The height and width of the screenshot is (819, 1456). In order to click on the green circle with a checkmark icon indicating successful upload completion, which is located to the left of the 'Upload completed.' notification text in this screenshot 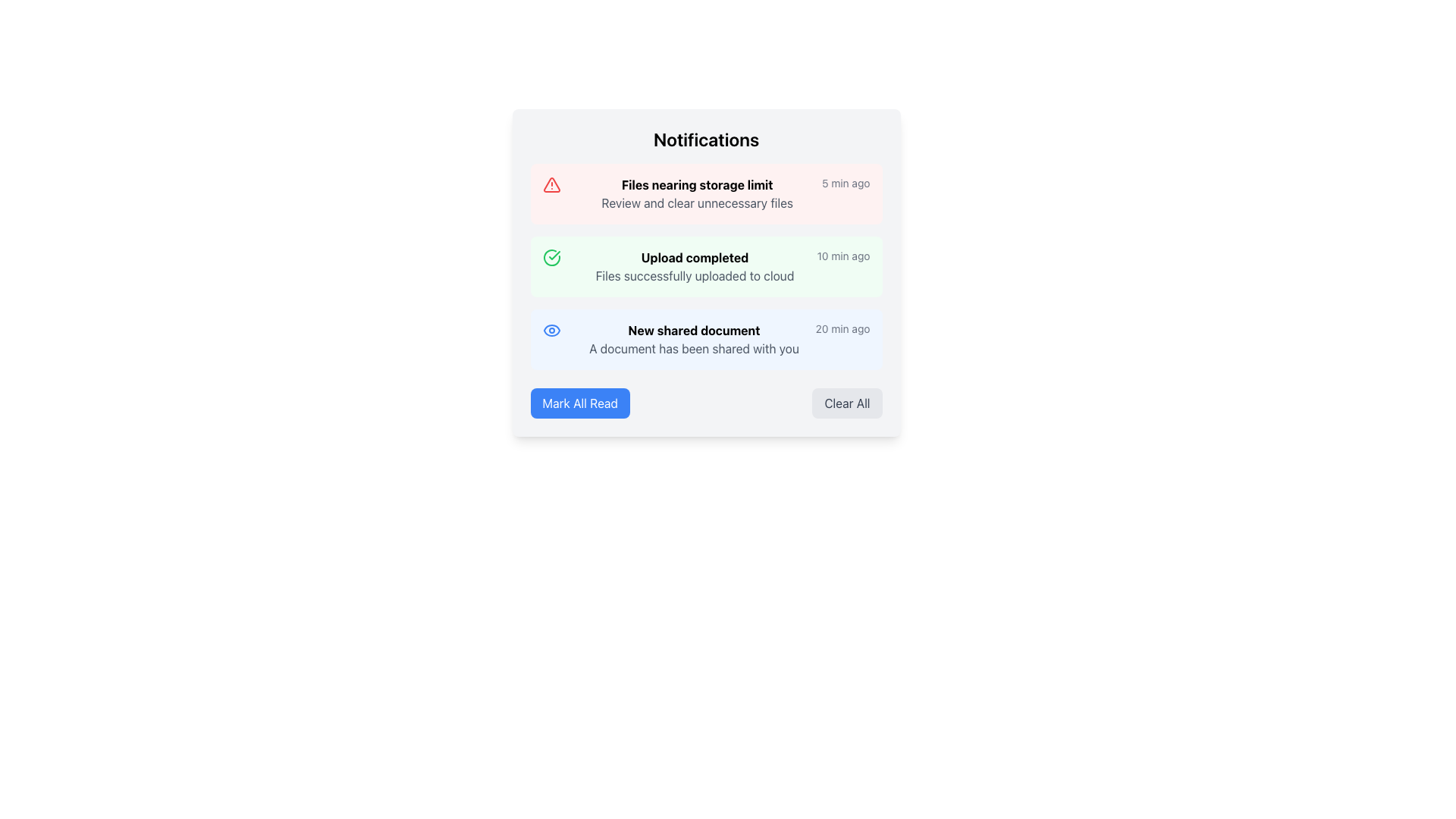, I will do `click(551, 256)`.